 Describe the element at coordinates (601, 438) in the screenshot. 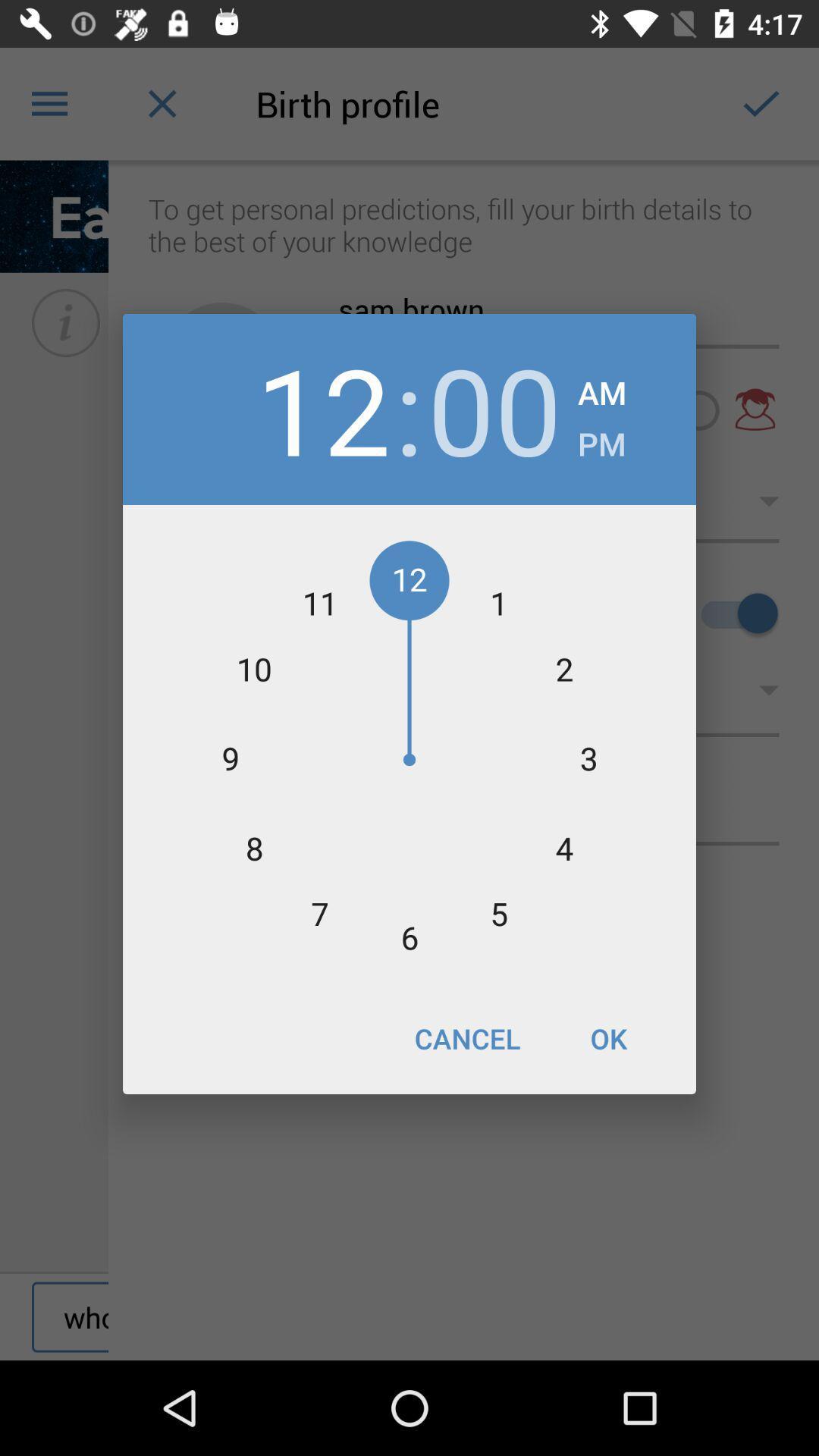

I see `pm` at that location.